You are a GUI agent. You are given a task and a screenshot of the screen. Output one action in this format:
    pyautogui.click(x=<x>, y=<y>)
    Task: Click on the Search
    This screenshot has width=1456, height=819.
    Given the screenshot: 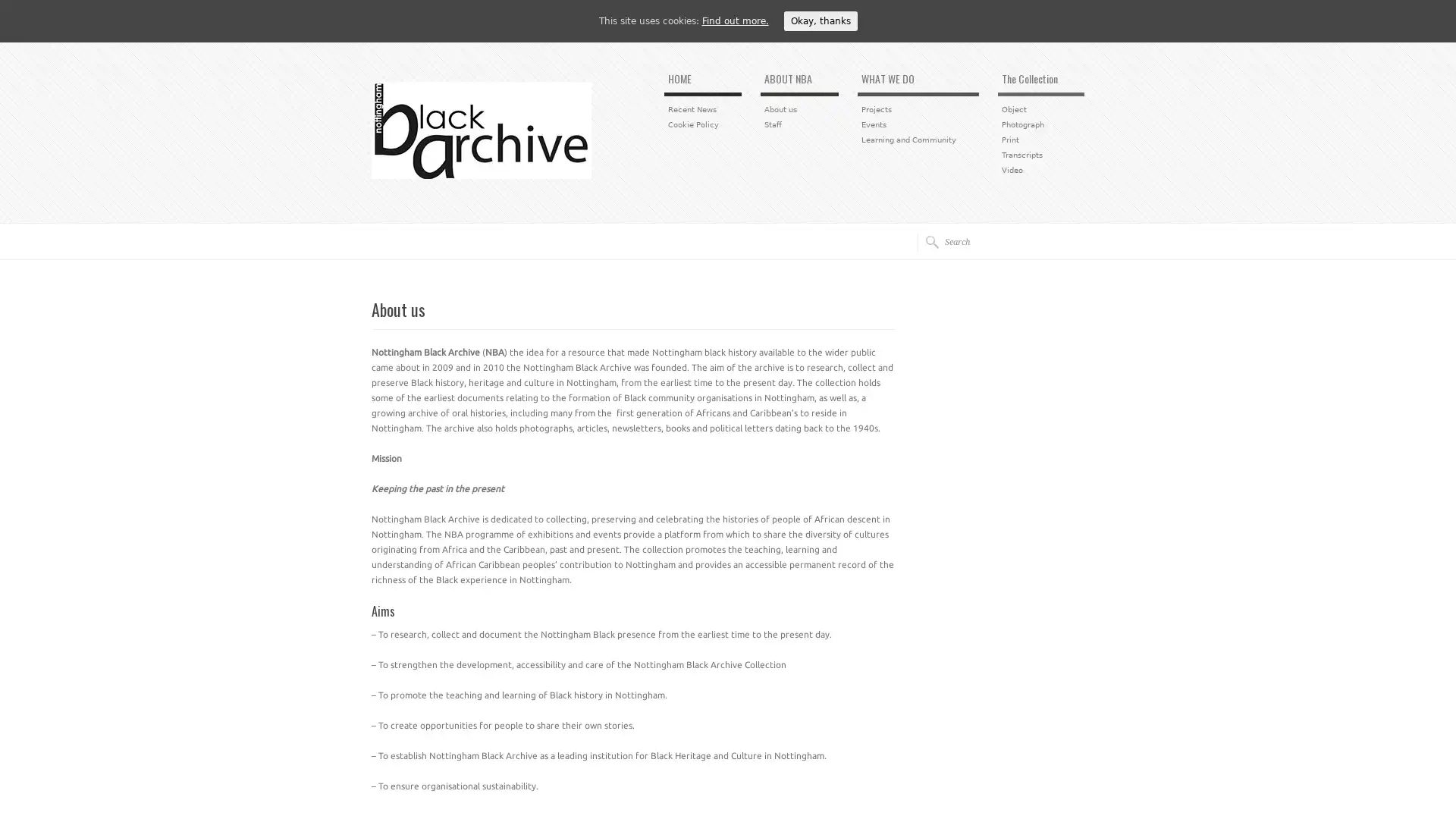 What is the action you would take?
    pyautogui.click(x=927, y=241)
    